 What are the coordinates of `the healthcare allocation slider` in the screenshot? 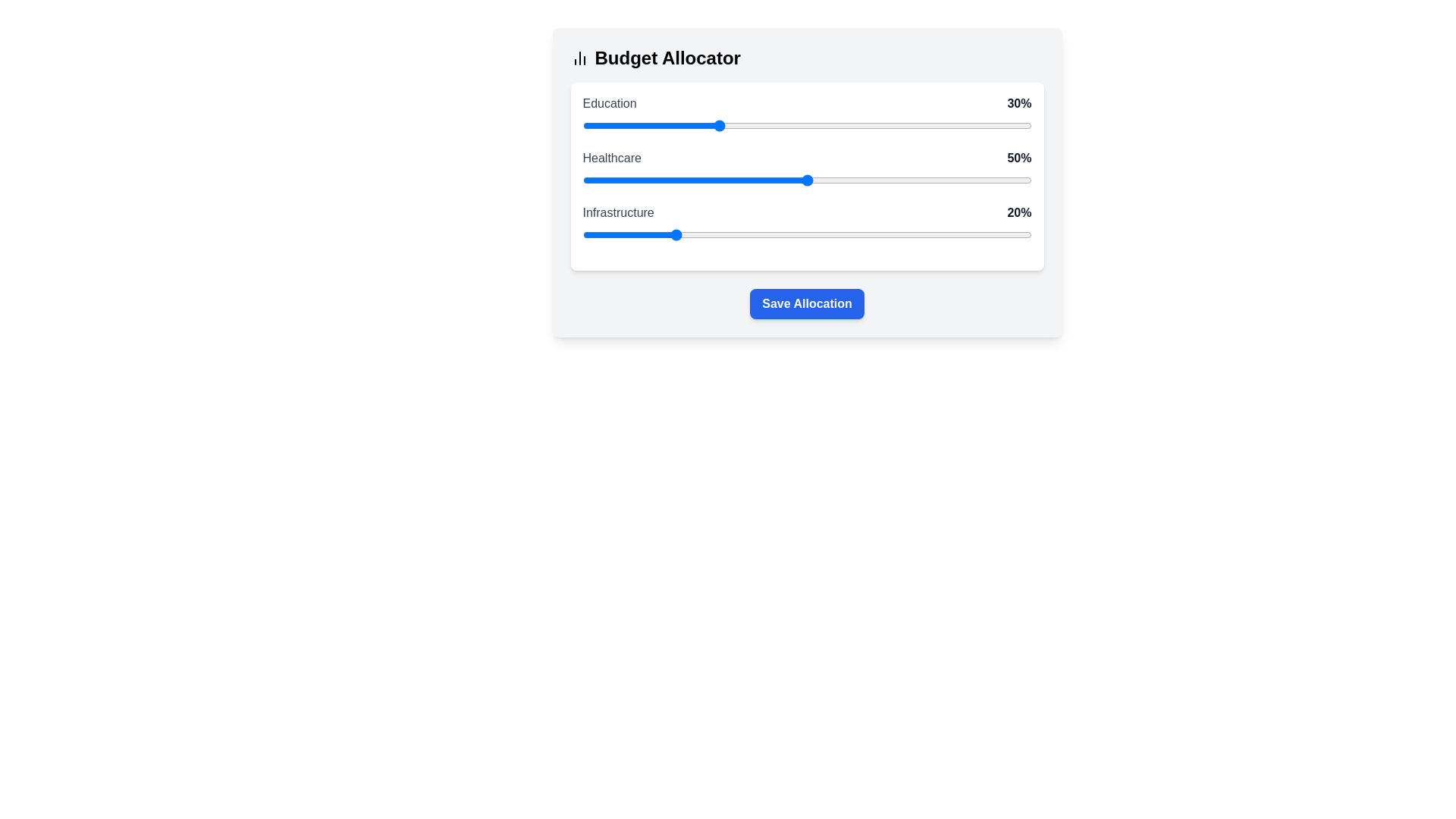 It's located at (591, 180).